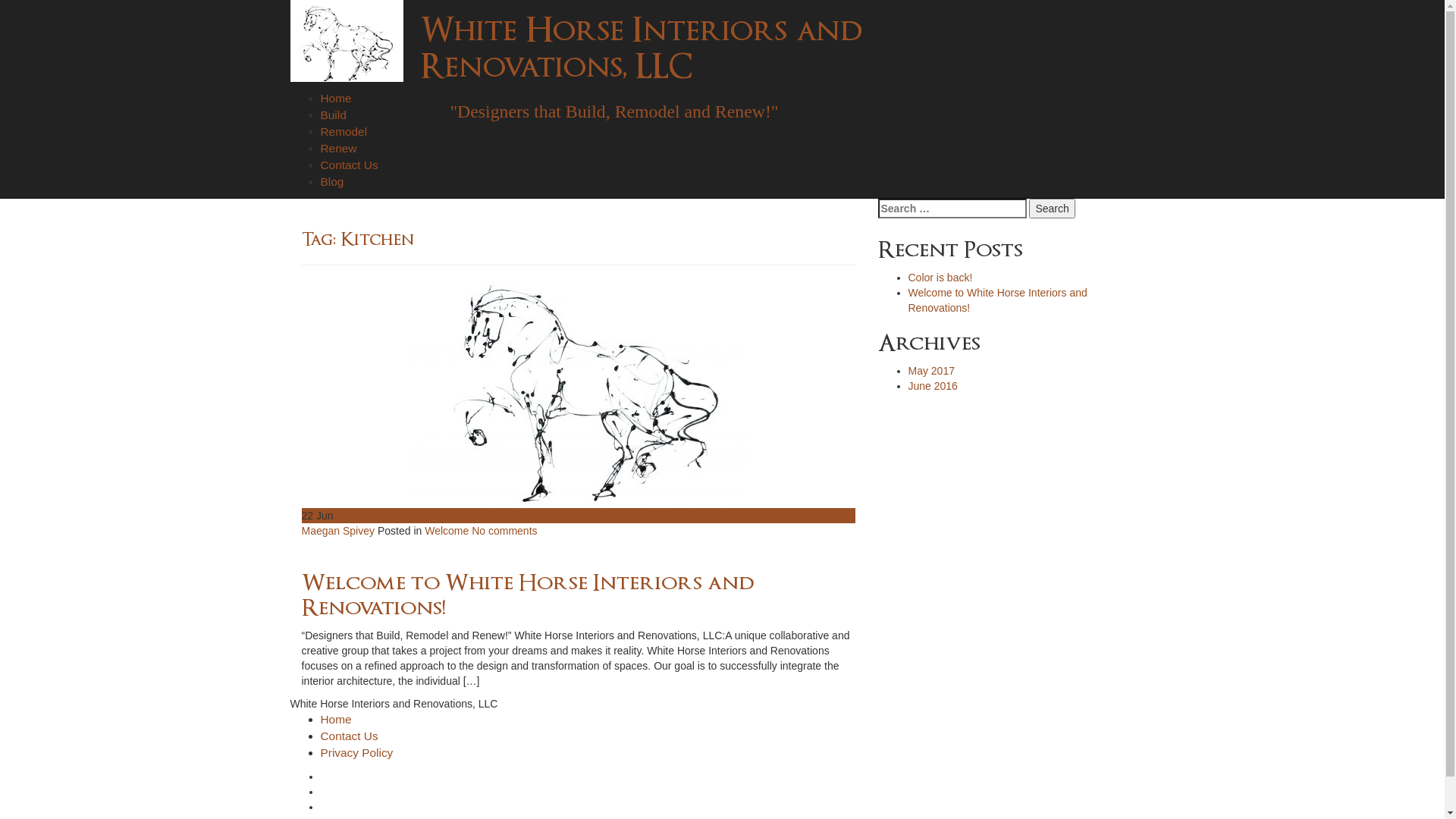 The image size is (1456, 819). Describe the element at coordinates (641, 48) in the screenshot. I see `'White Horse Interiors and Renovations, LLC'` at that location.